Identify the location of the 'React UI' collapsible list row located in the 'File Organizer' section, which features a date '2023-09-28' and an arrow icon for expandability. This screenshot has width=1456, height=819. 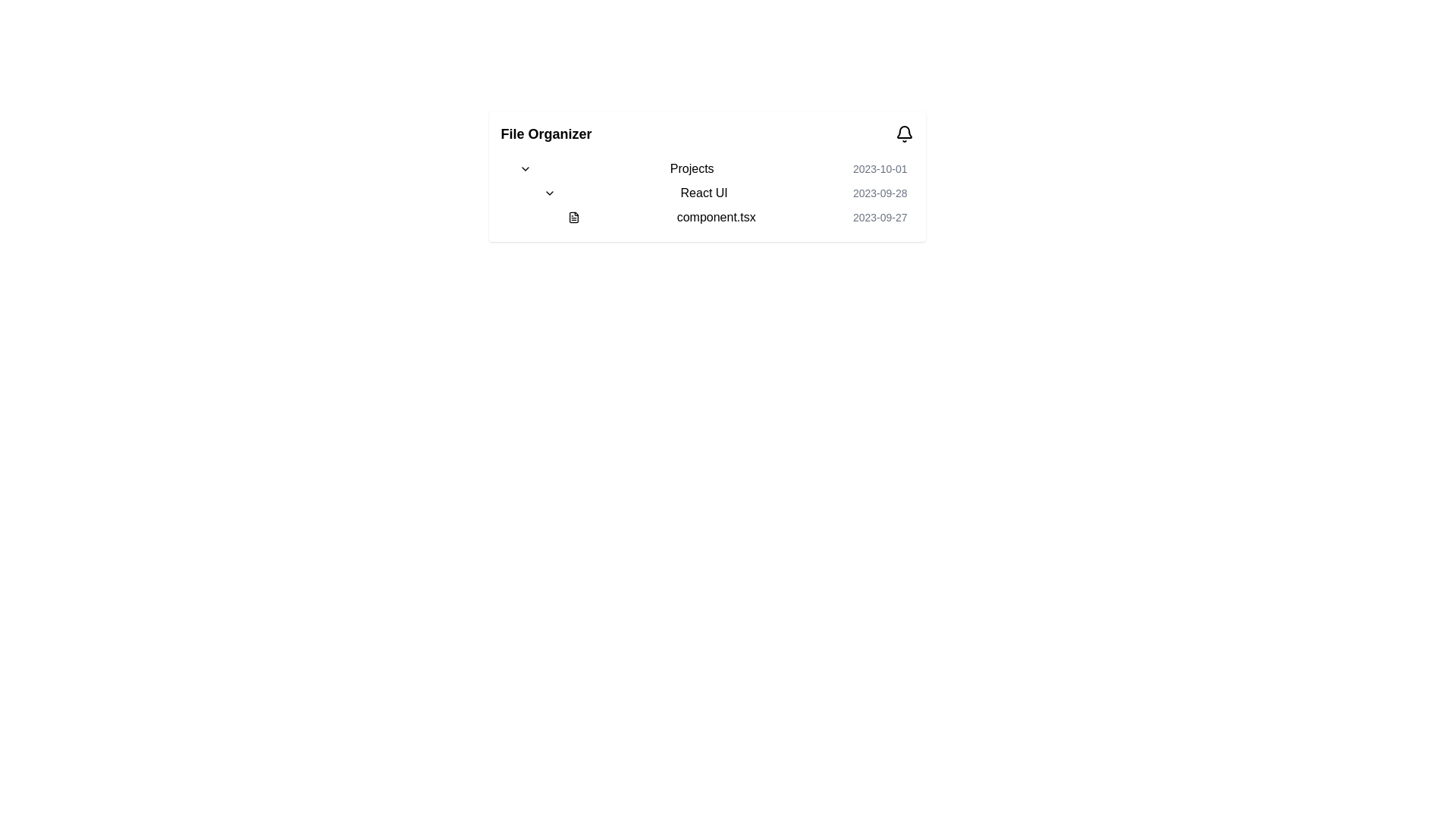
(712, 192).